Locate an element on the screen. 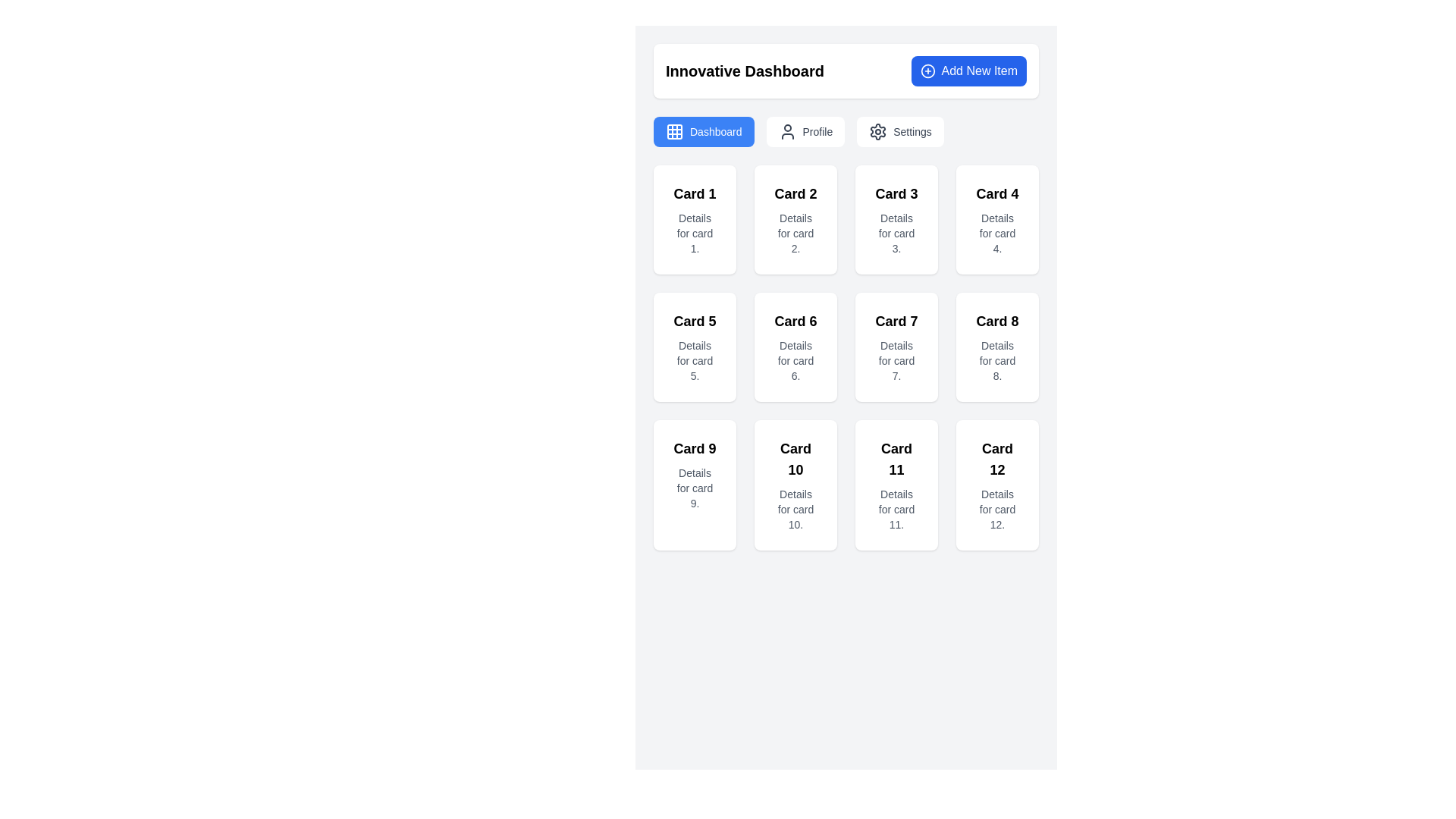 This screenshot has width=1456, height=819. the 'Profile' text label located in the navigation bar, which provides contextual information about the user profile icon and is positioned between 'Dashboard' and 'Settings' is located at coordinates (817, 130).